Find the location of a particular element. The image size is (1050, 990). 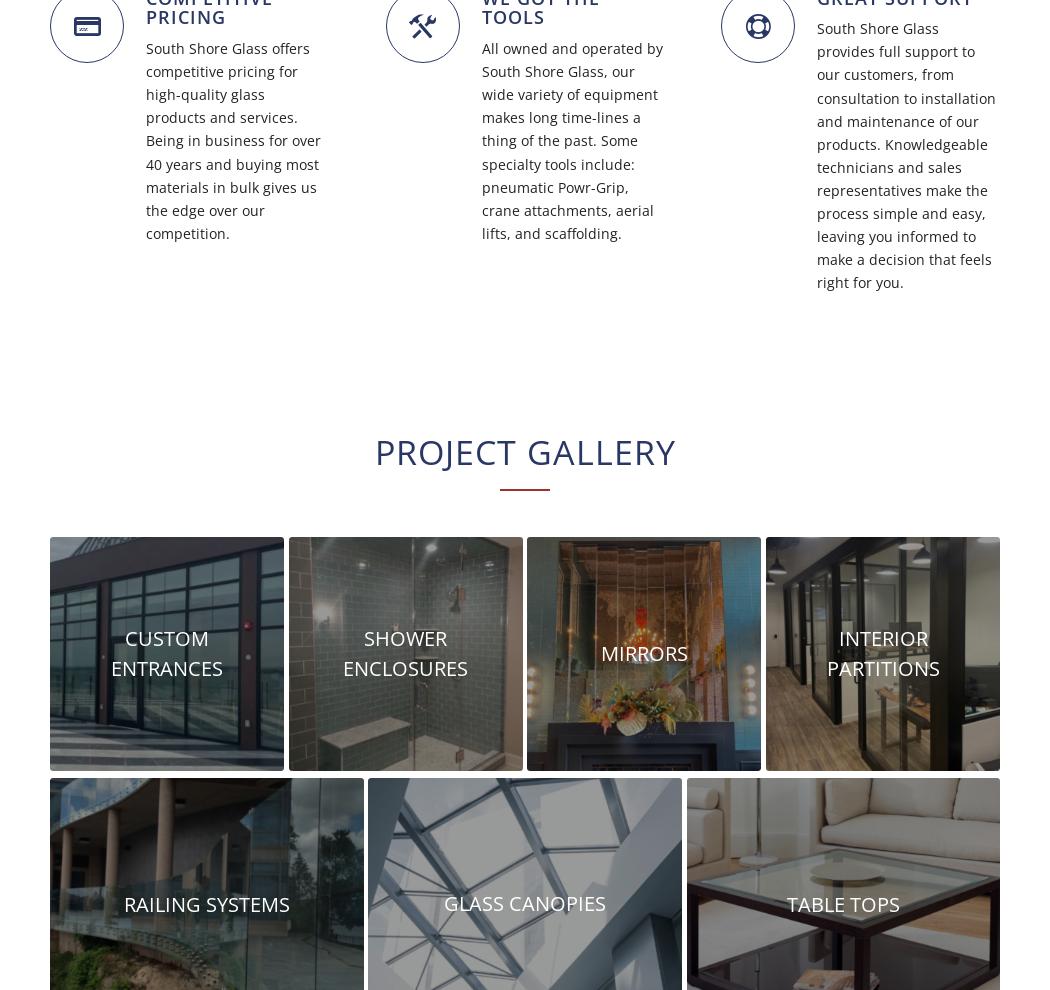

'RAILING SYSTEMS' is located at coordinates (121, 902).